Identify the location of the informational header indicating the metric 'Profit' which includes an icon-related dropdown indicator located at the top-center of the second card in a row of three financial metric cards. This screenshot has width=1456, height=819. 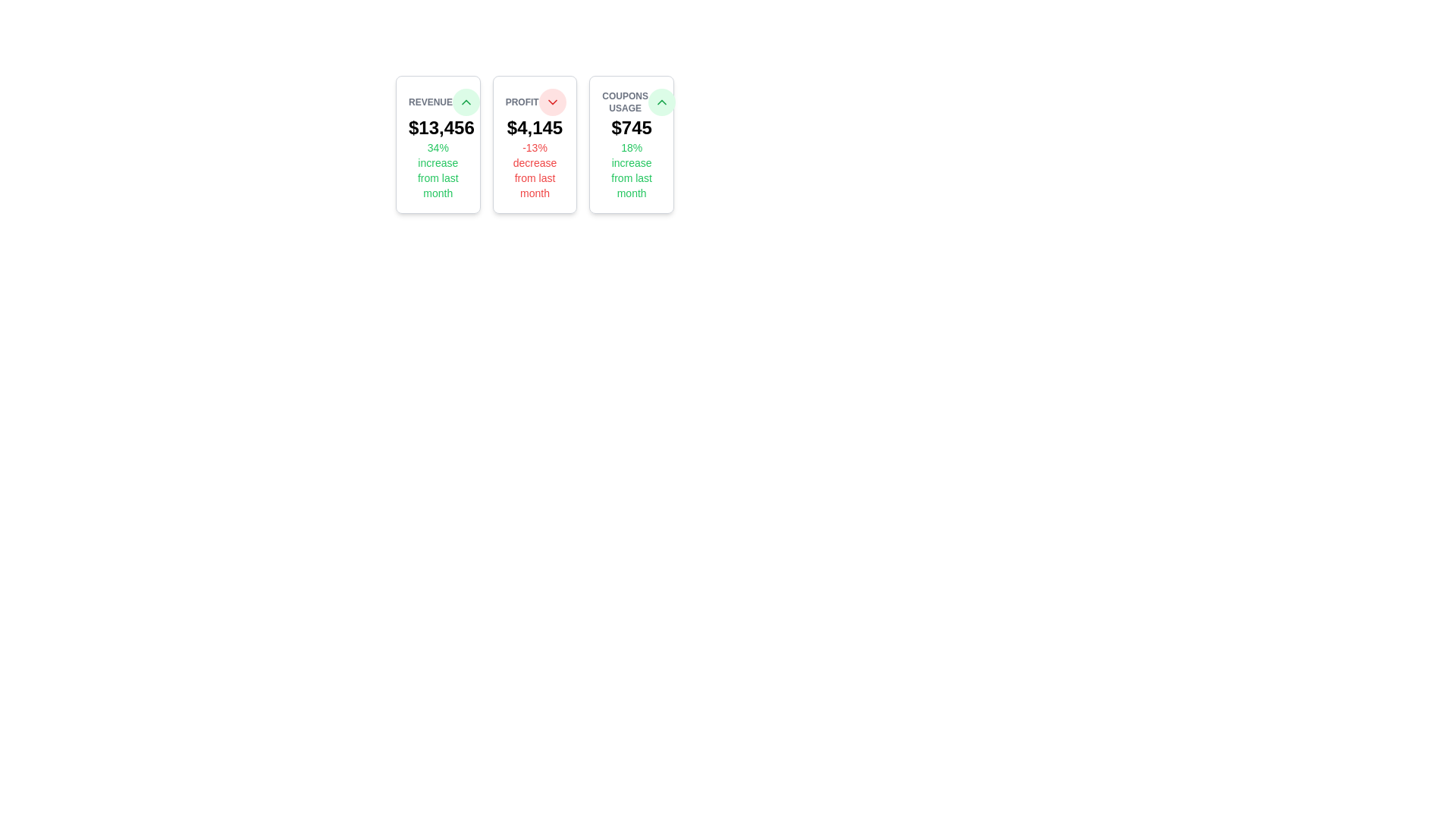
(535, 102).